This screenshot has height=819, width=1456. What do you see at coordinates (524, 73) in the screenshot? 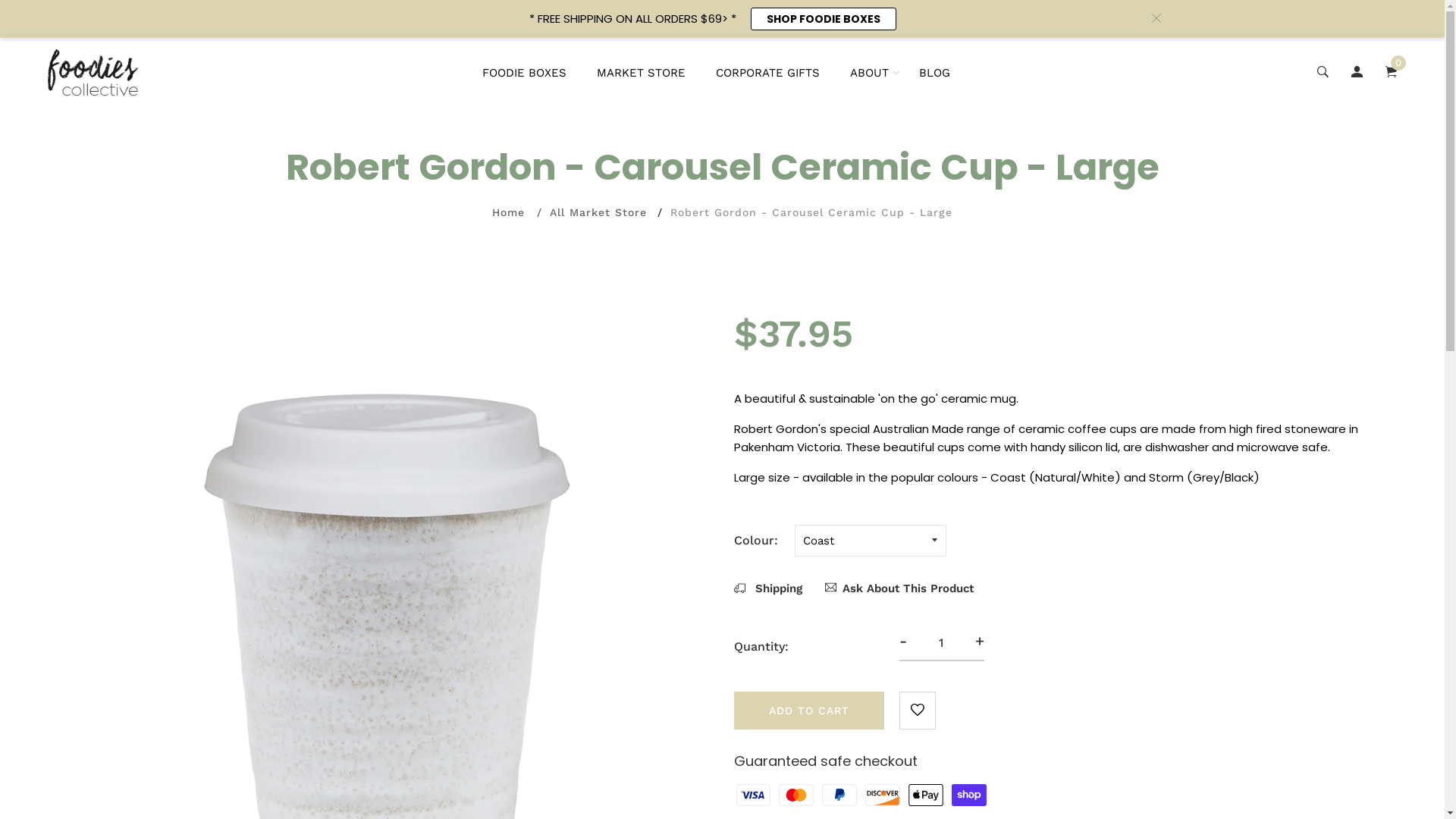
I see `'FOODIE BOXES'` at bounding box center [524, 73].